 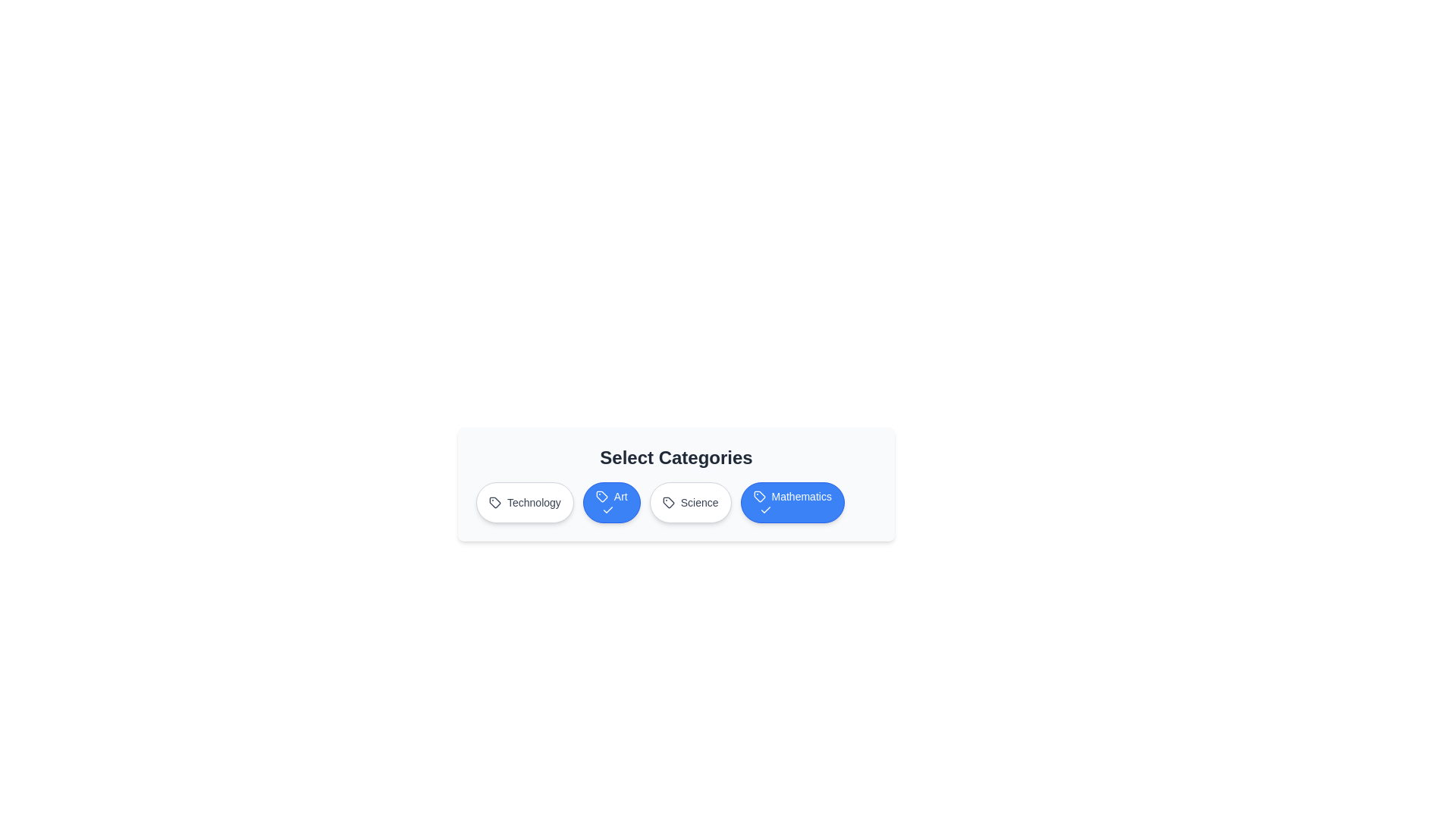 I want to click on the category button labeled 'Technology', so click(x=524, y=503).